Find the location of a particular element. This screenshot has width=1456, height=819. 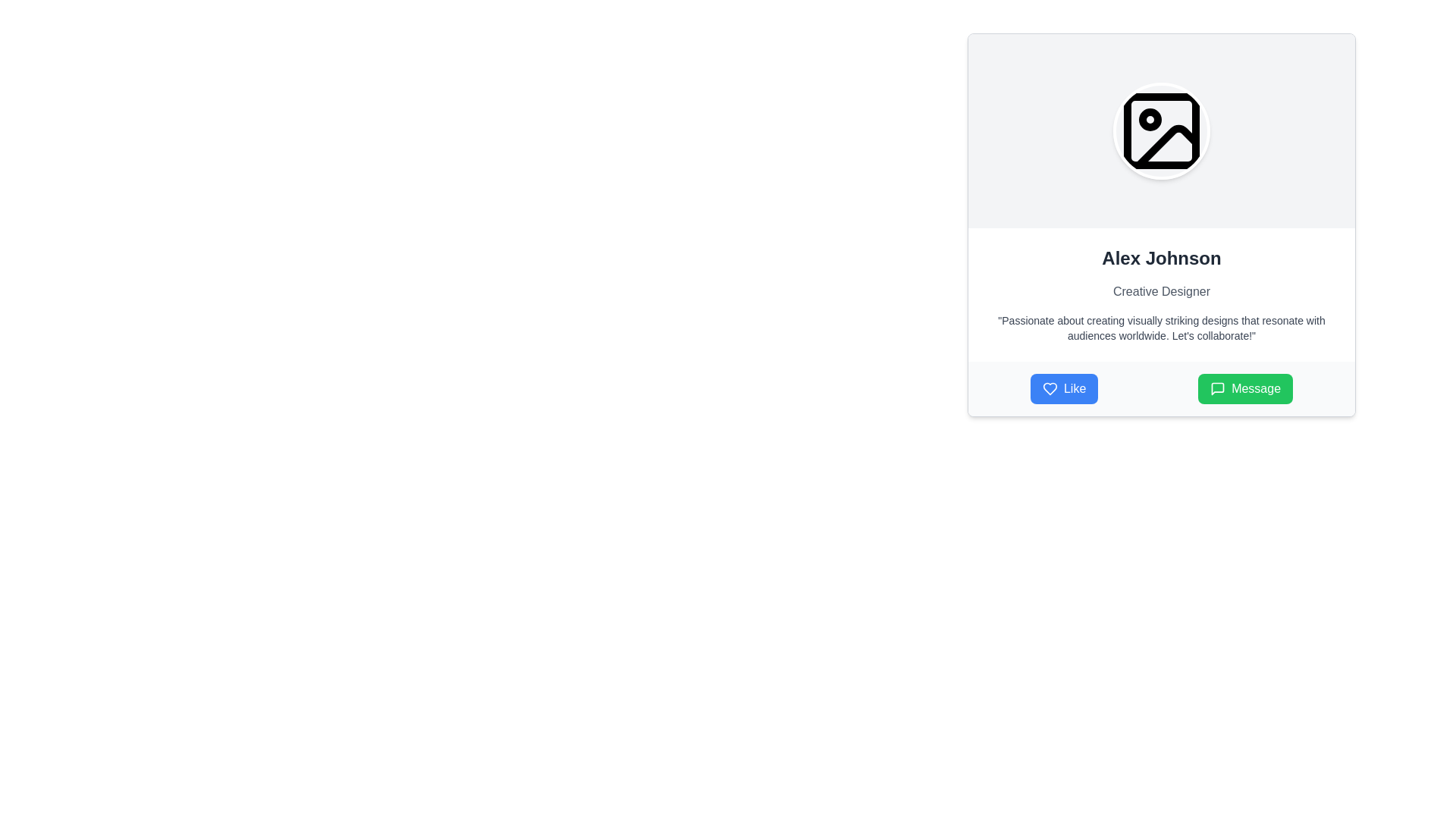

the static text element that reads 'Creative Designer', which is styled in light gray and positioned centrally within the profile card, directly below 'Alex Johnson' is located at coordinates (1160, 292).